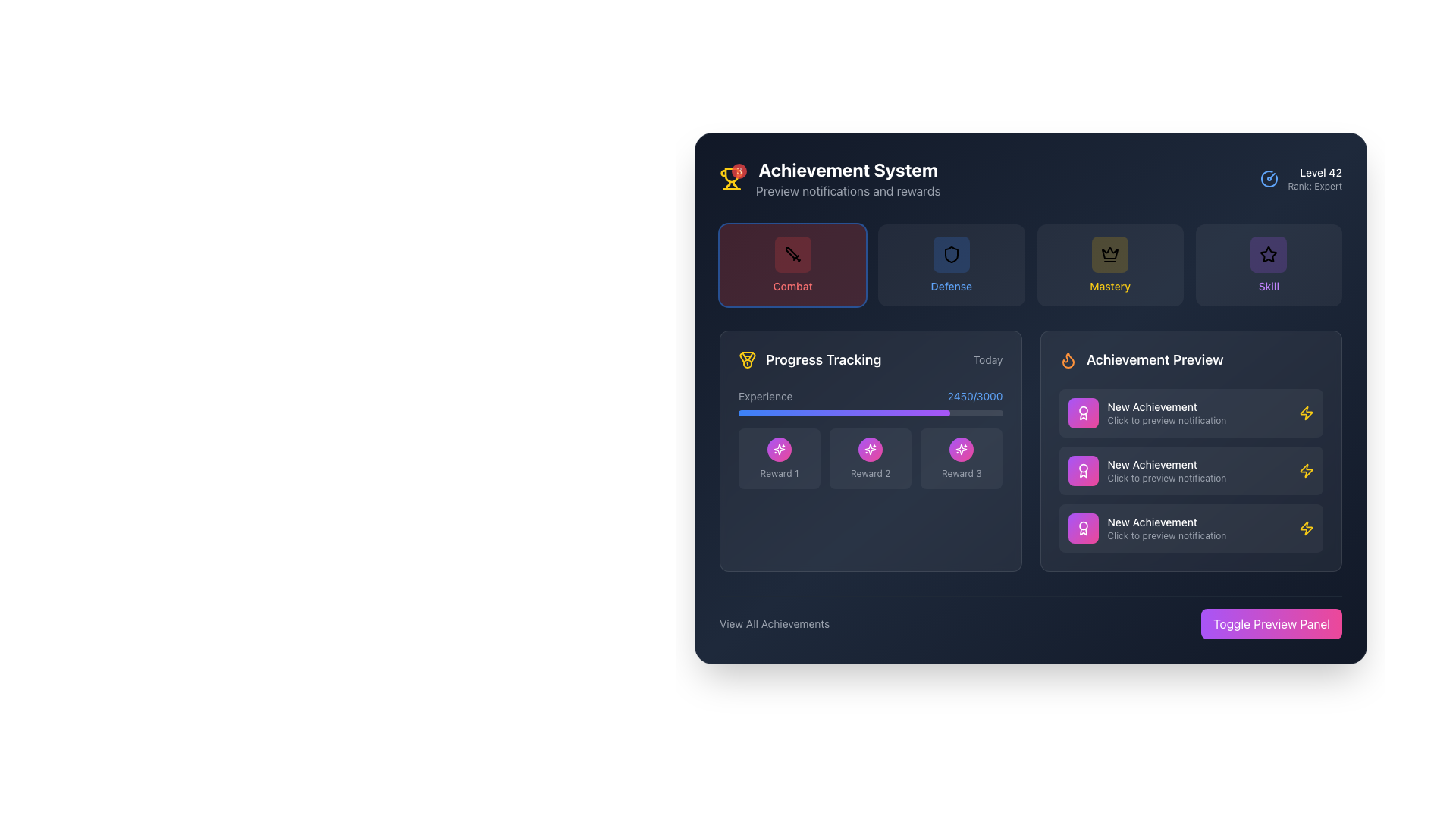  What do you see at coordinates (1082, 470) in the screenshot?
I see `the achievement notification icon, which is the leftmost item in the second vertical column of the 'Achievement Preview' section in the right panel` at bounding box center [1082, 470].